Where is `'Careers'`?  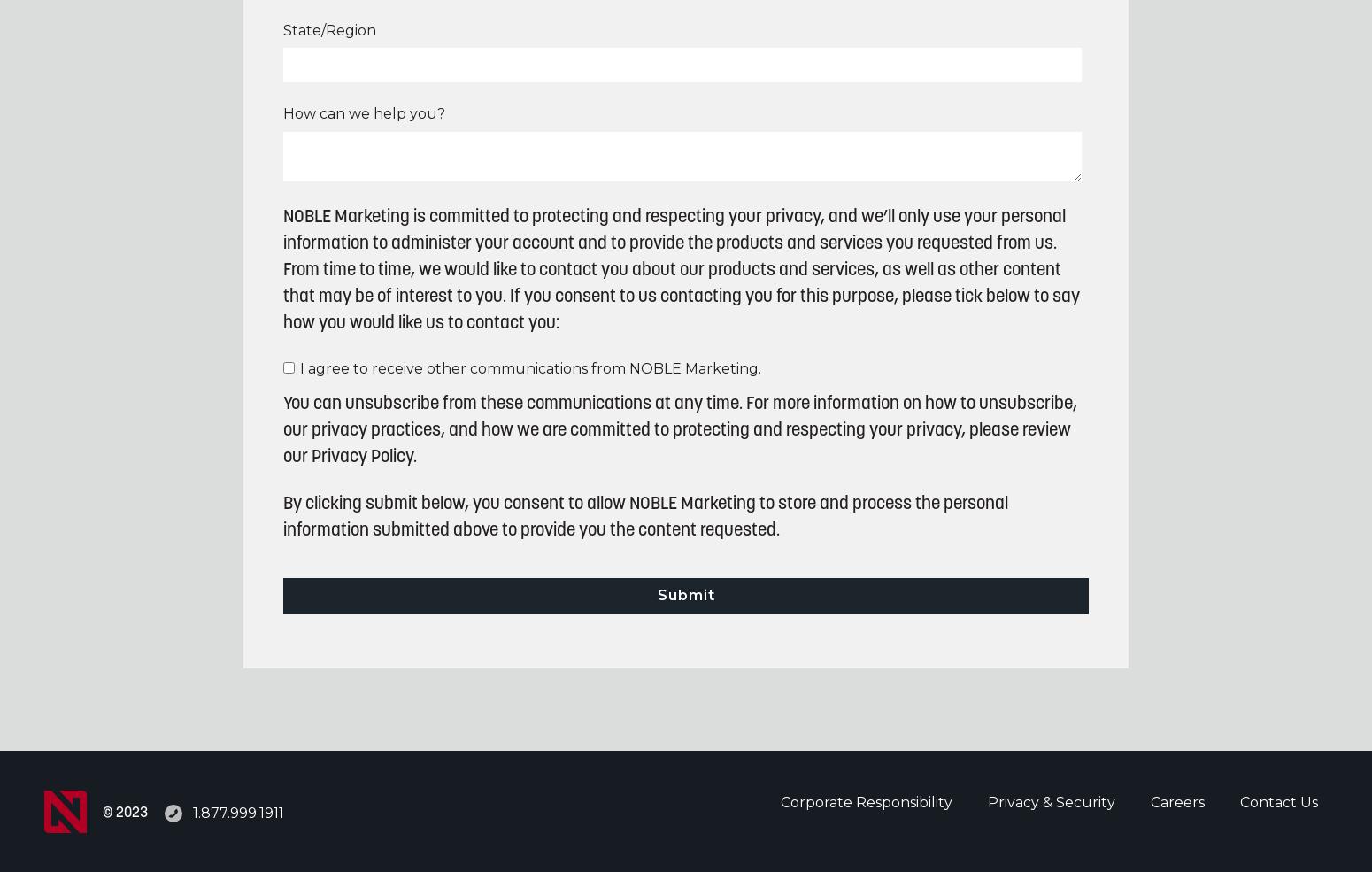 'Careers' is located at coordinates (1176, 801).